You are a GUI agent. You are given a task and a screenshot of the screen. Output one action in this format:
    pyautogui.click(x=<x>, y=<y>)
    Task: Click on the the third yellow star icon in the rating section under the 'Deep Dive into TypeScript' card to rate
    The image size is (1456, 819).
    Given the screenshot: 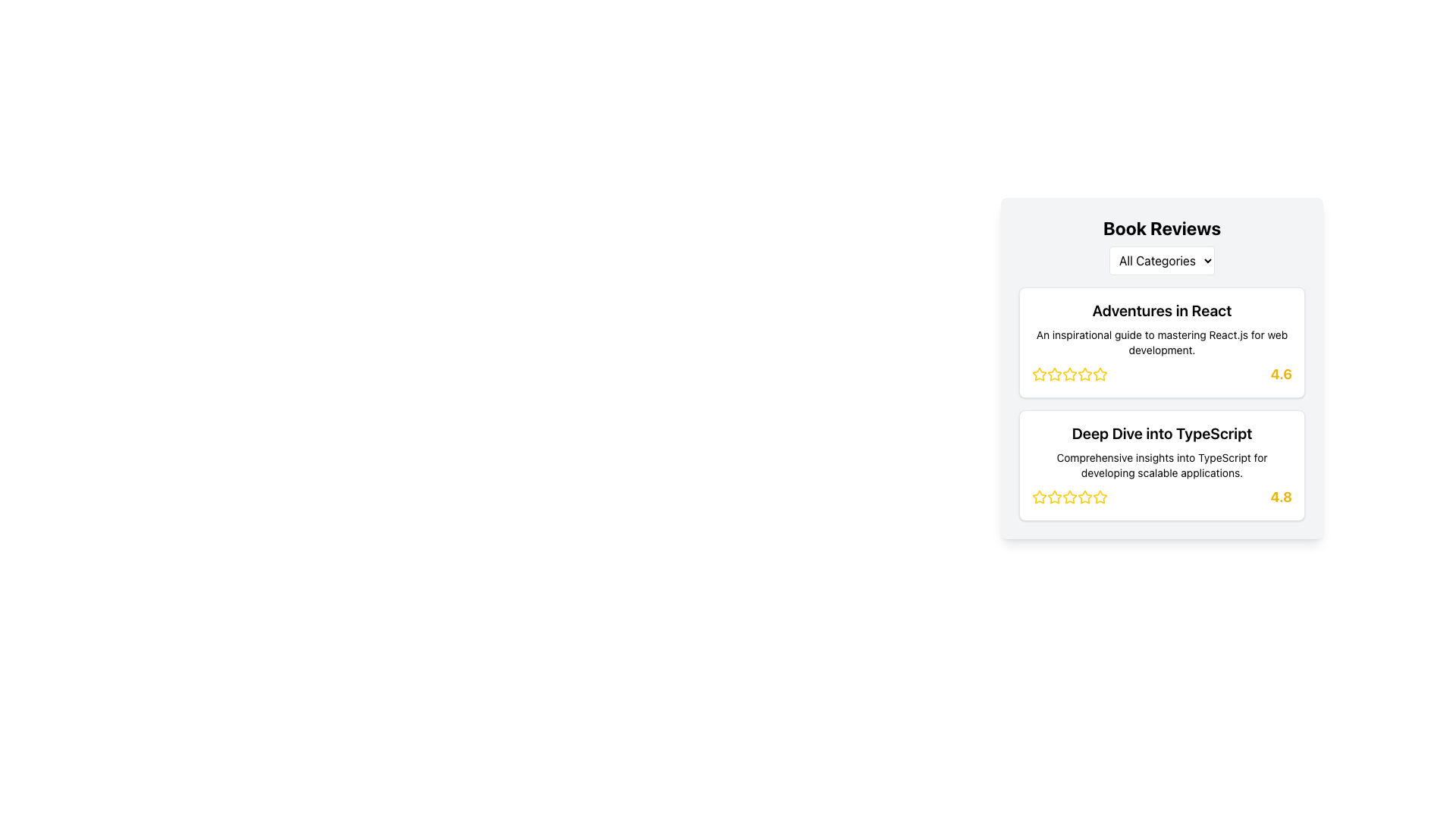 What is the action you would take?
    pyautogui.click(x=1069, y=497)
    